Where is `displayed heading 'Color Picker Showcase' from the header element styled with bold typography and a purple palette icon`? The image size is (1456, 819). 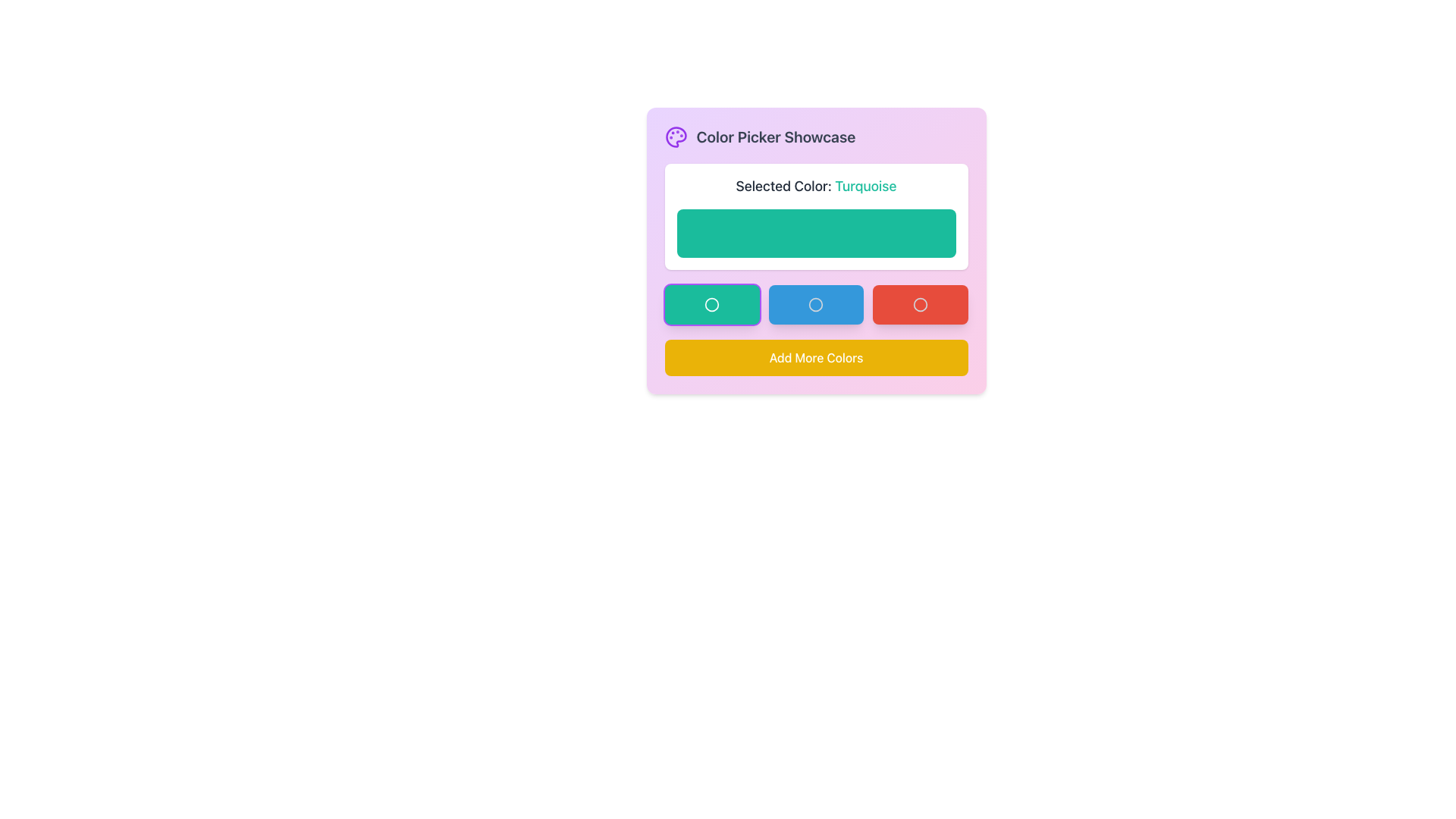 displayed heading 'Color Picker Showcase' from the header element styled with bold typography and a purple palette icon is located at coordinates (815, 137).